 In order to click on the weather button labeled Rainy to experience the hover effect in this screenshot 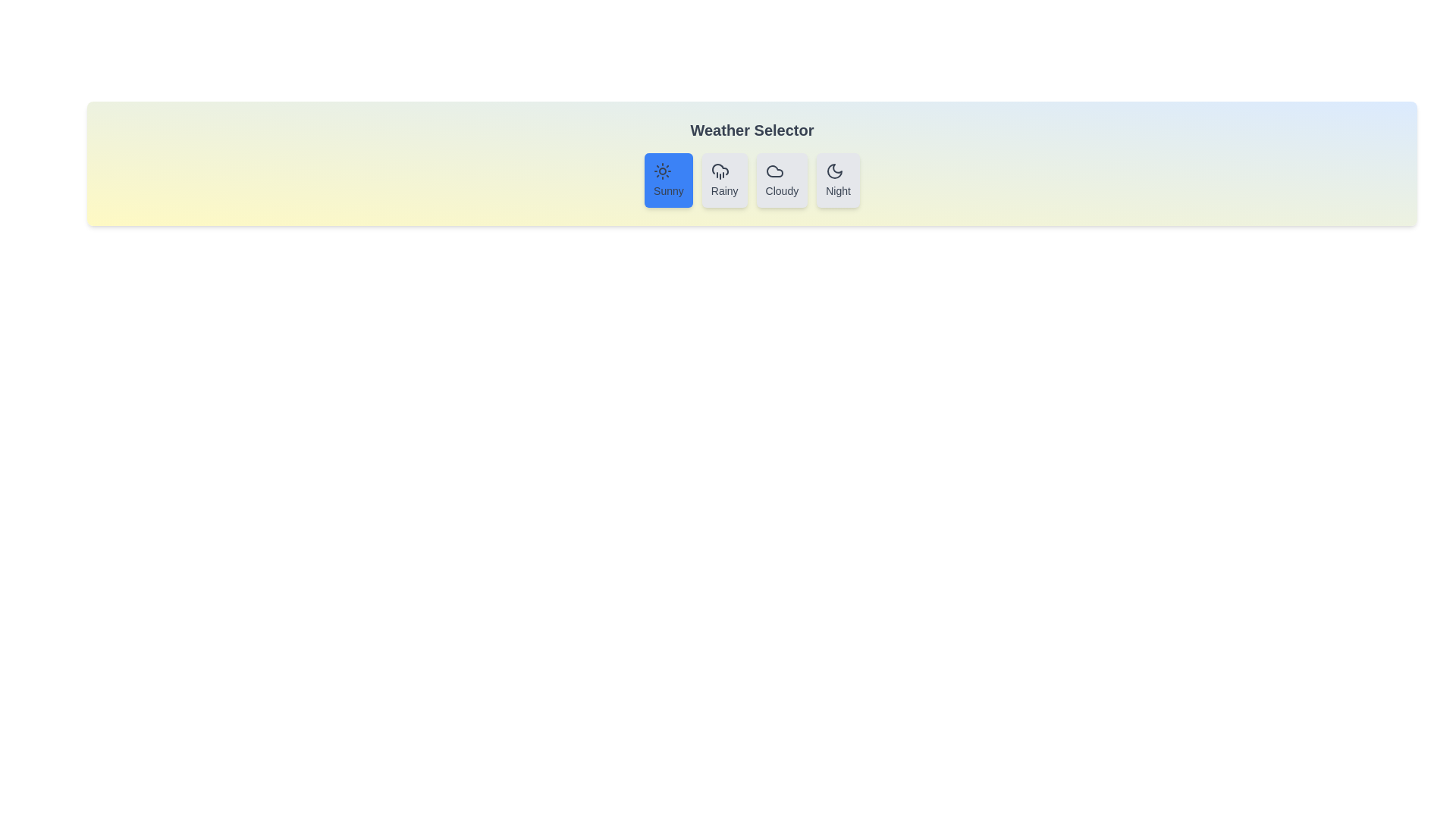, I will do `click(723, 180)`.